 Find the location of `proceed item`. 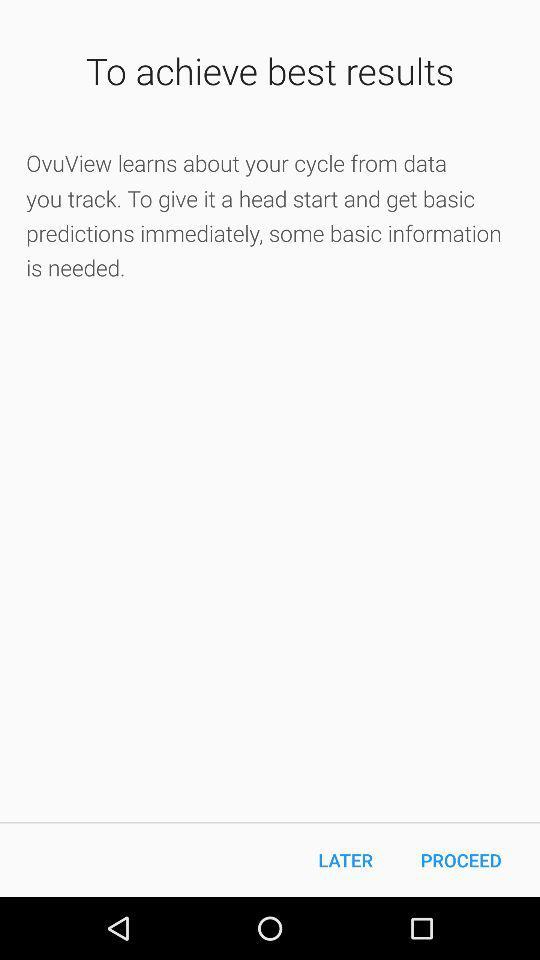

proceed item is located at coordinates (461, 859).